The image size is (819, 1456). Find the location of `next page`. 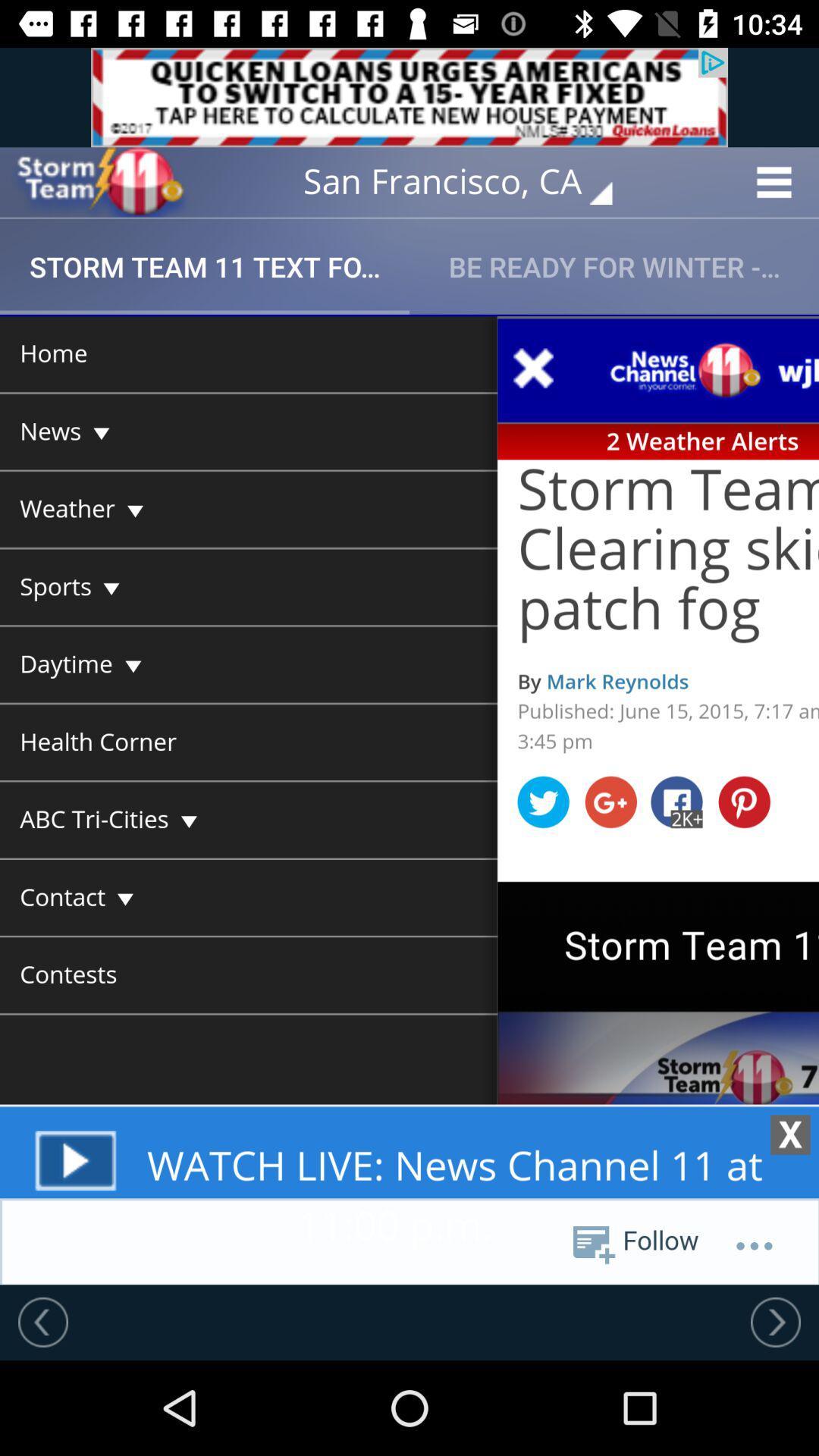

next page is located at coordinates (775, 1321).